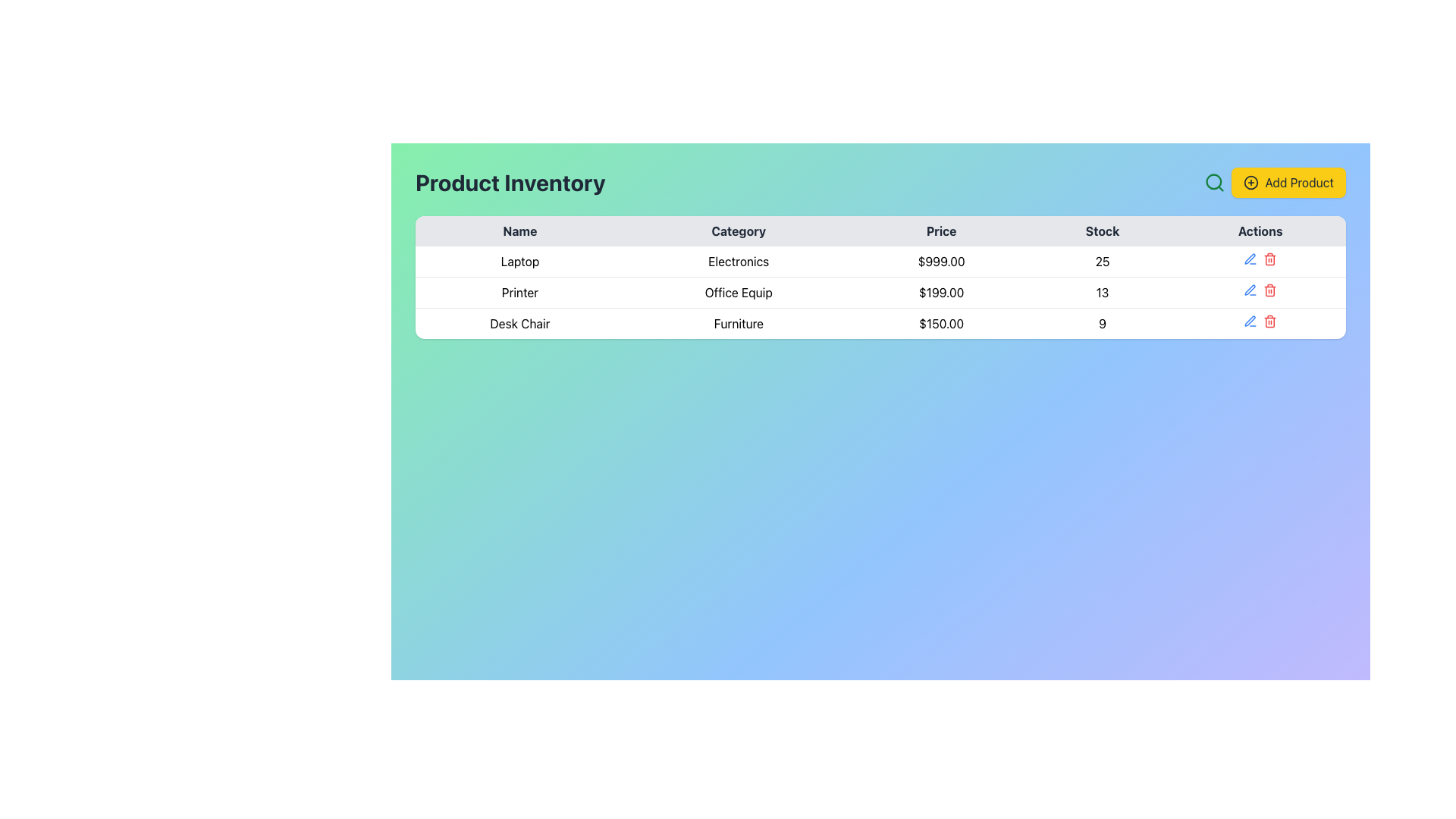  What do you see at coordinates (739, 292) in the screenshot?
I see `the text label displaying the category for the item 'Printer' located in the second row under the 'Category' column` at bounding box center [739, 292].